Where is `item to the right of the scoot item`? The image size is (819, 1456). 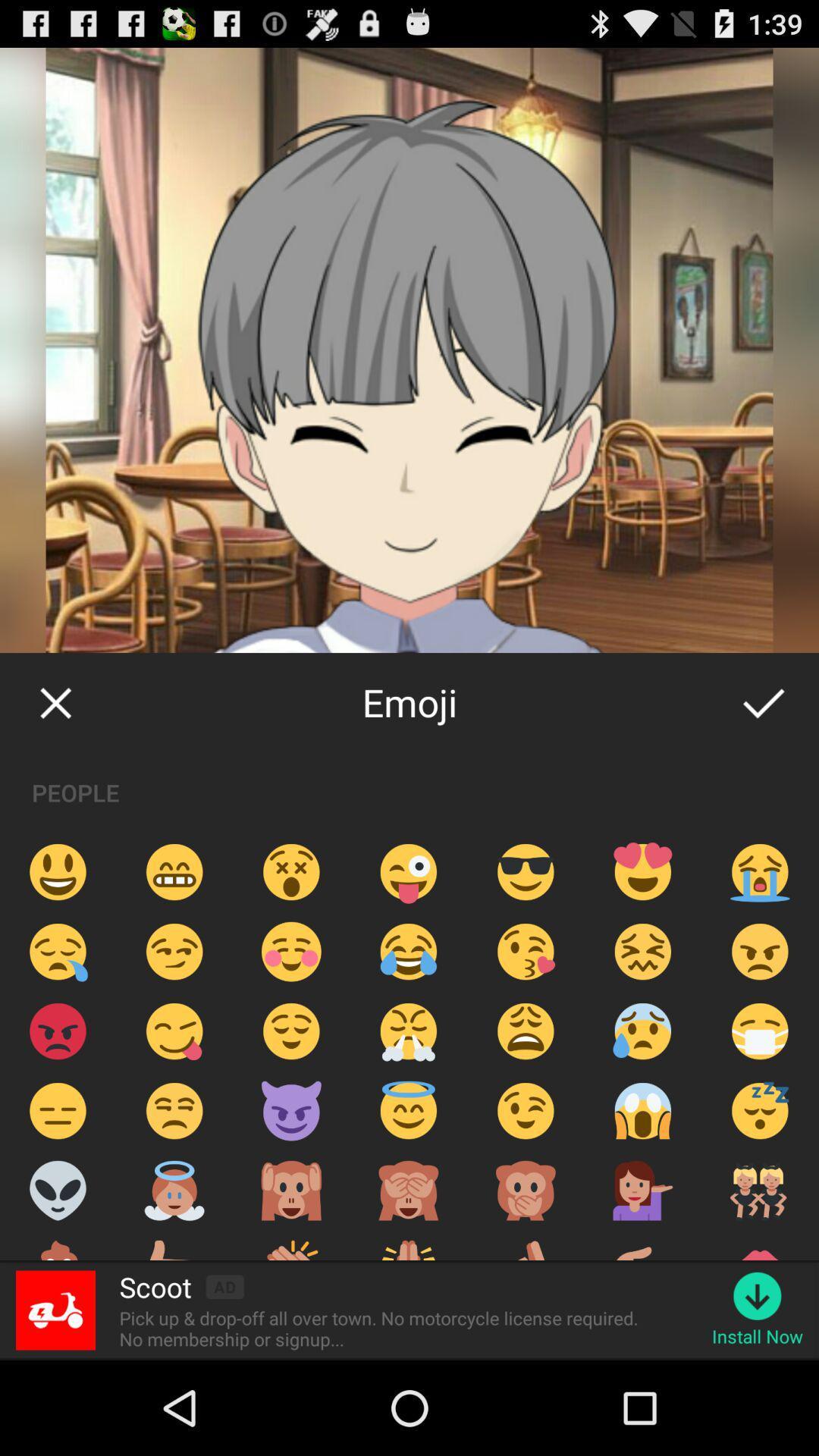
item to the right of the scoot item is located at coordinates (224, 1286).